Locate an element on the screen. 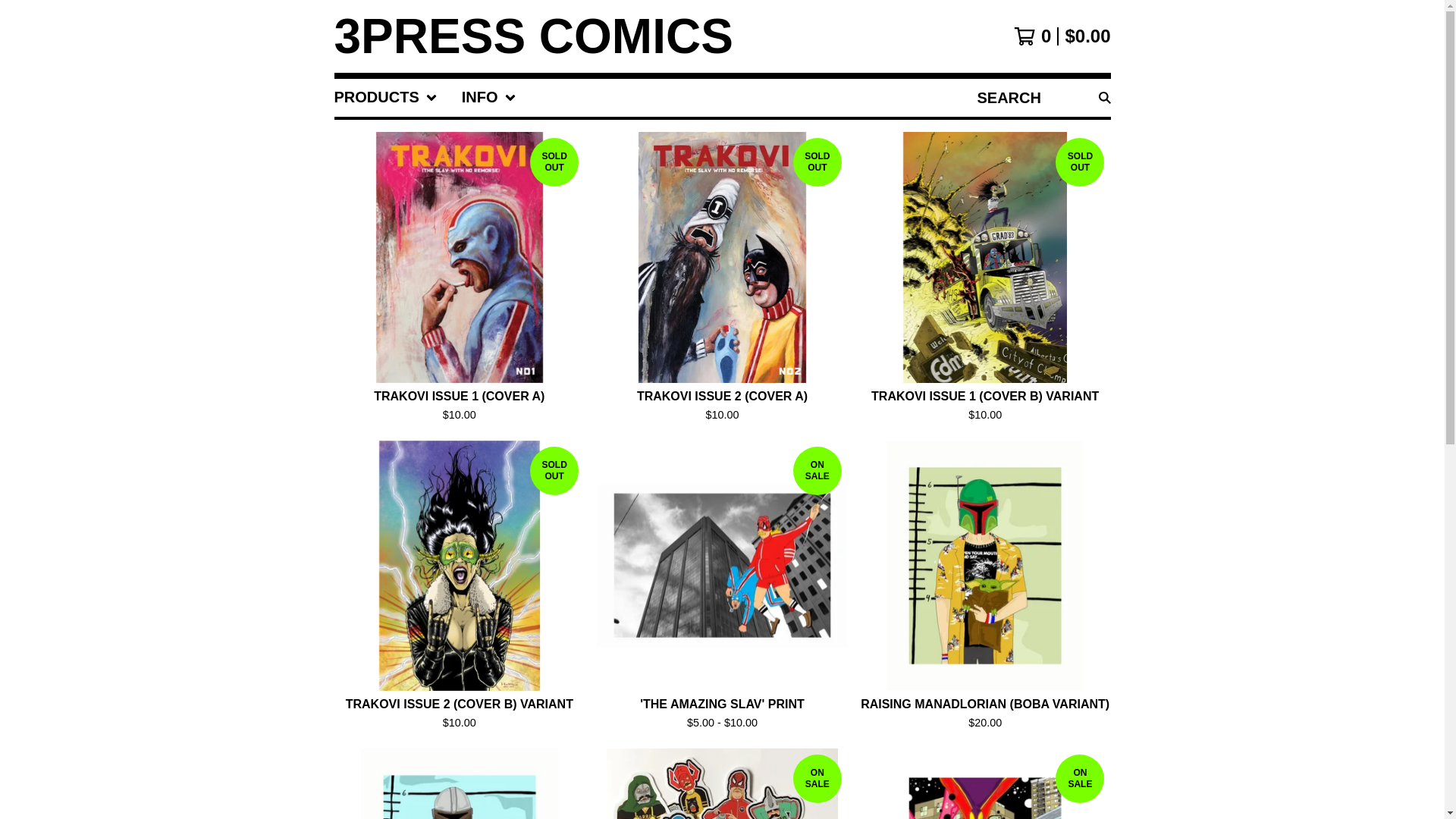 The width and height of the screenshot is (1456, 819). '0 is located at coordinates (1061, 35).